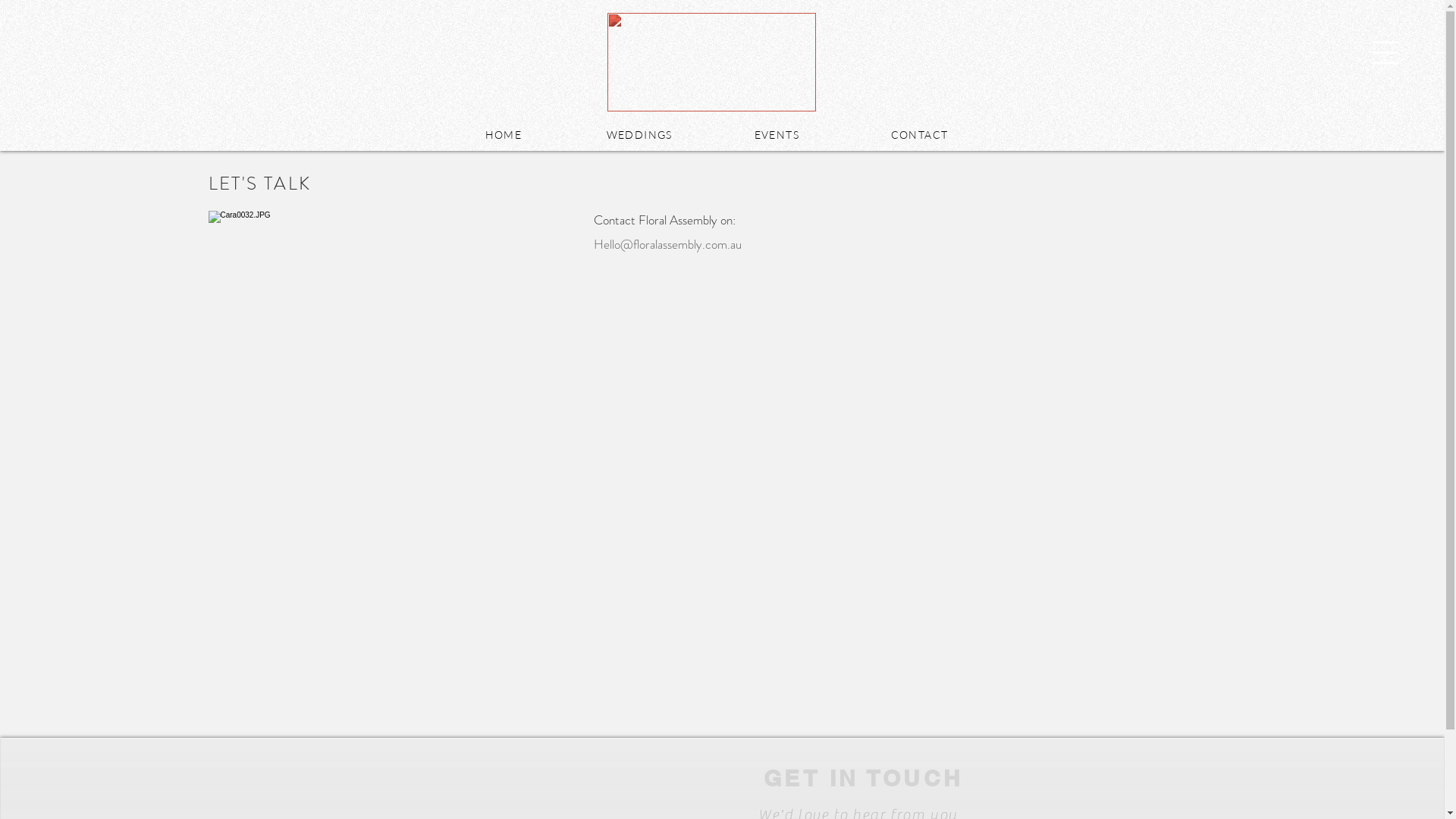 The height and width of the screenshot is (819, 1456). I want to click on 'Hello@floralassembly.com.au', so click(667, 243).